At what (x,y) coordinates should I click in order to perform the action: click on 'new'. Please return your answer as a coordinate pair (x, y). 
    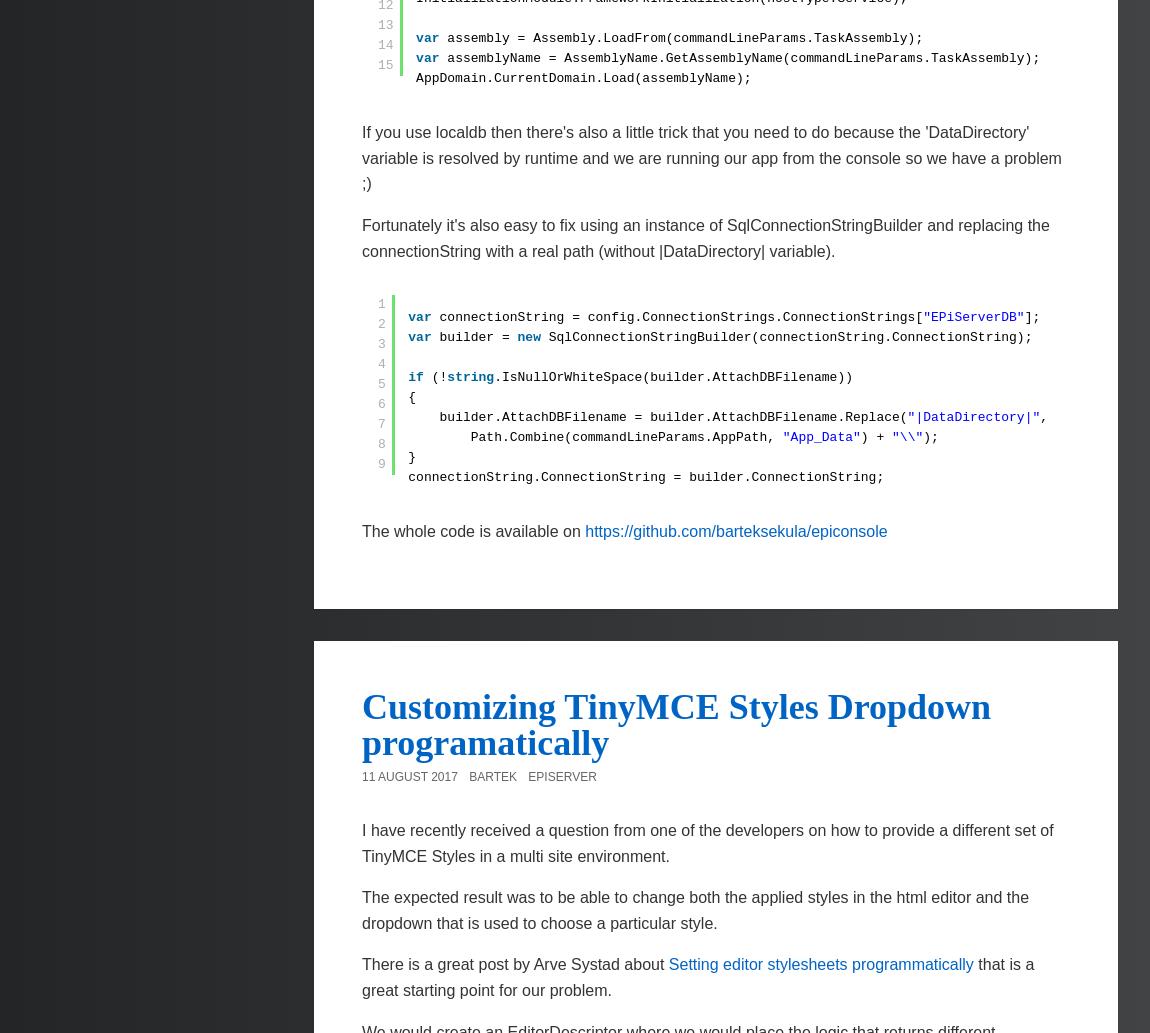
    Looking at the image, I should click on (528, 336).